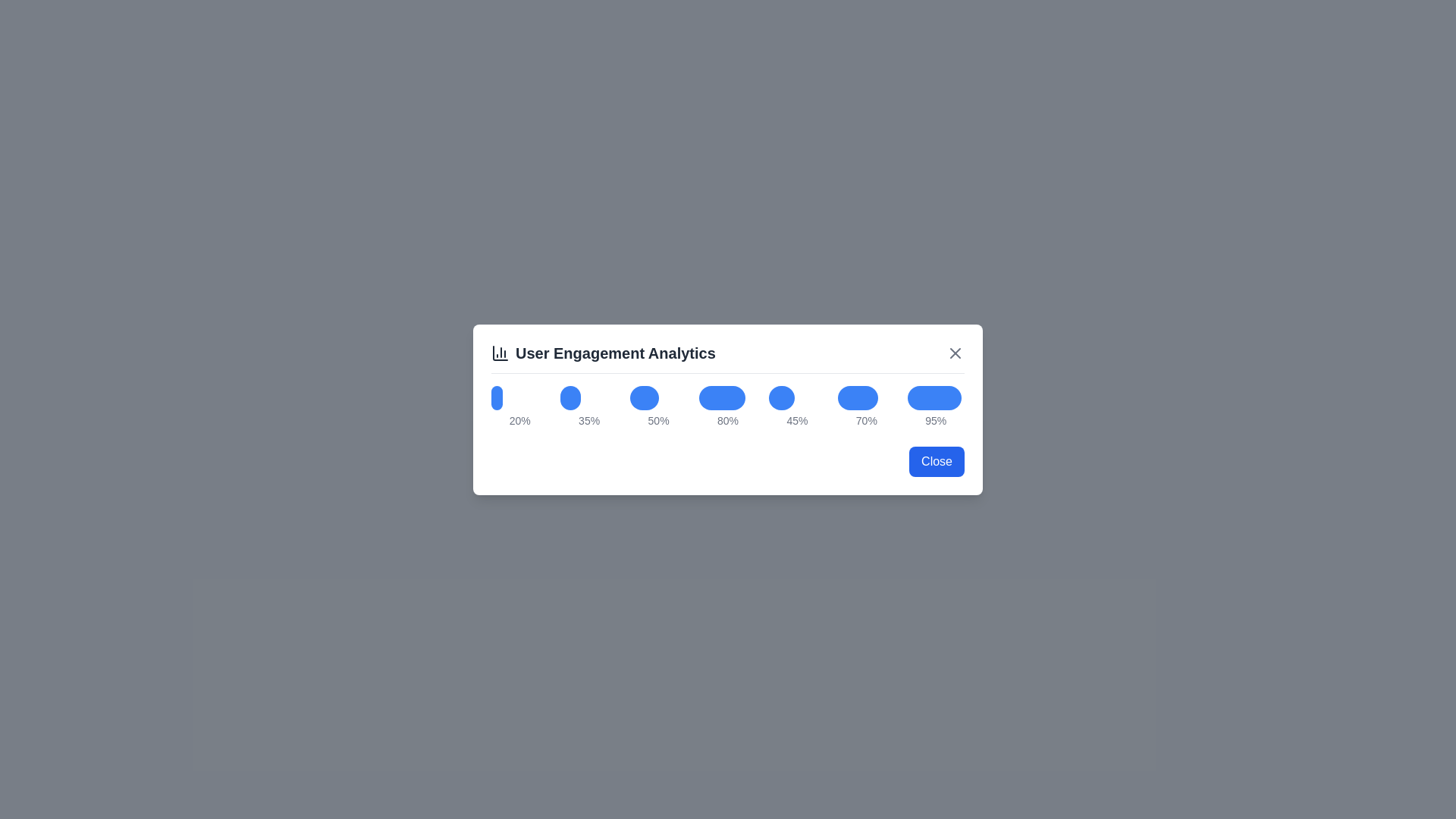  Describe the element at coordinates (781, 397) in the screenshot. I see `the bar graph corresponding to the percentage 45` at that location.